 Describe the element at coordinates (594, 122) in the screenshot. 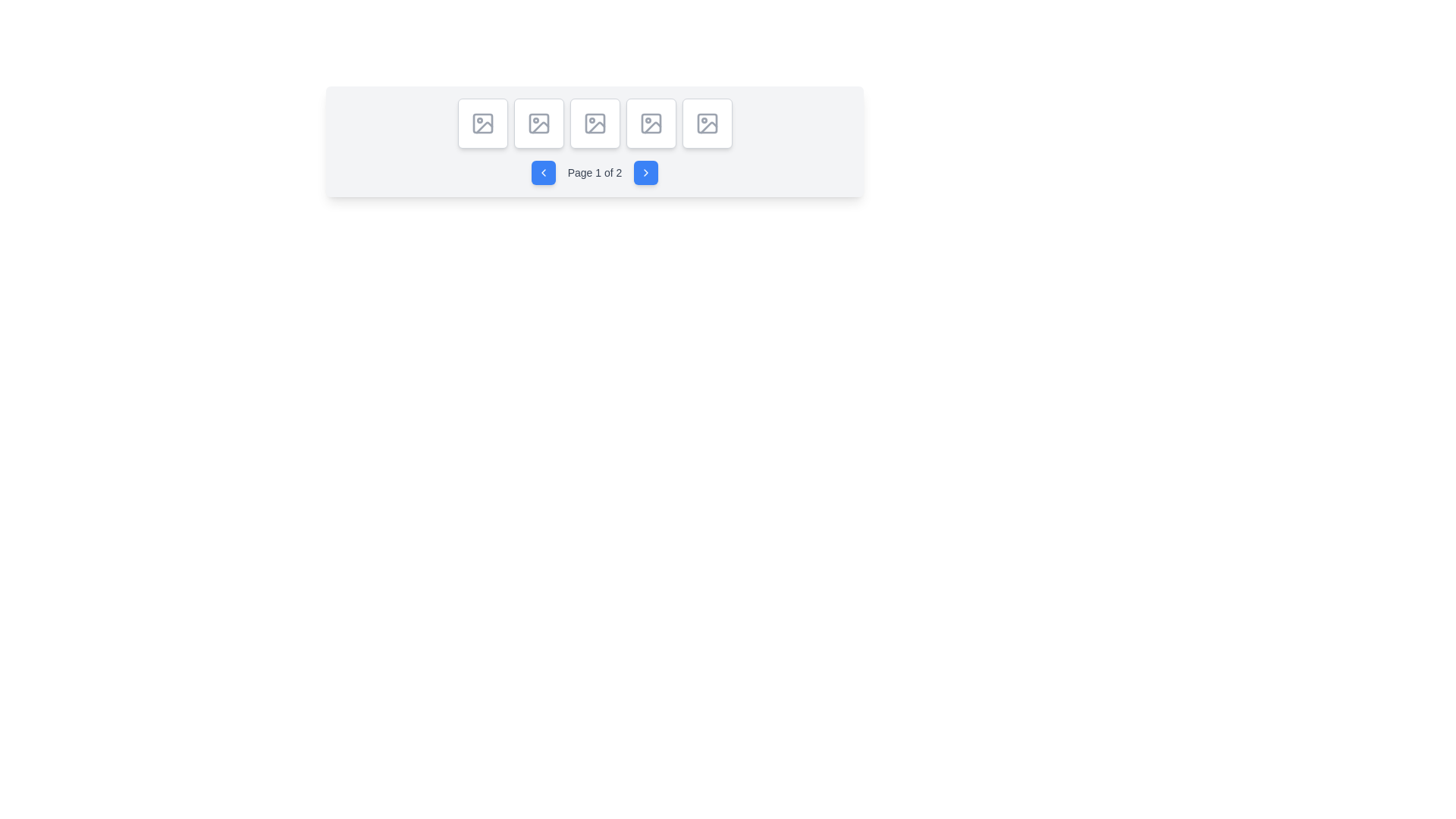

I see `the image placeholder or icon button located in the fourth position from the left in a row of similar elements` at that location.